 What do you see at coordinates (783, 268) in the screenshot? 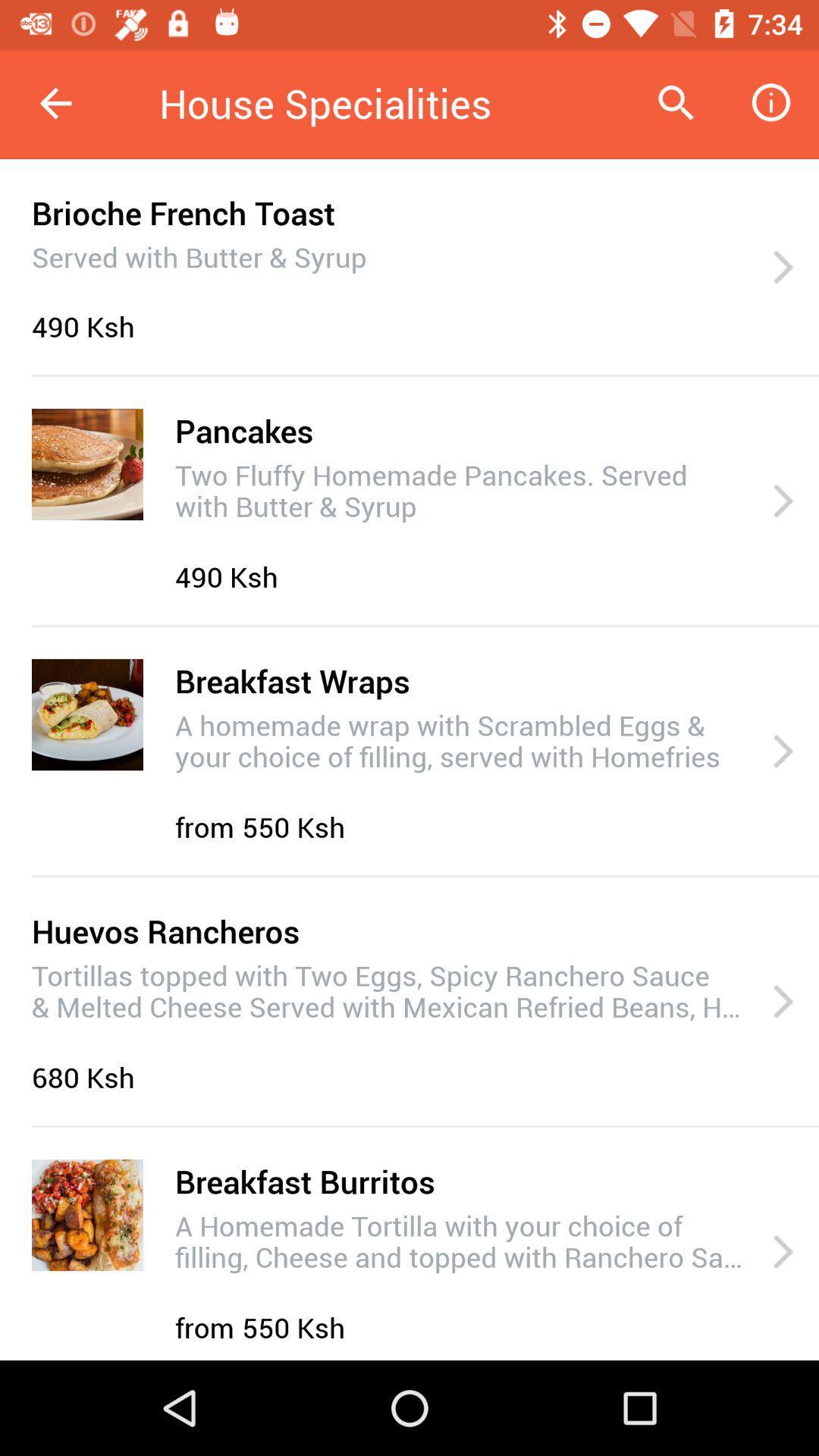
I see `item to the right of served with butter icon` at bounding box center [783, 268].